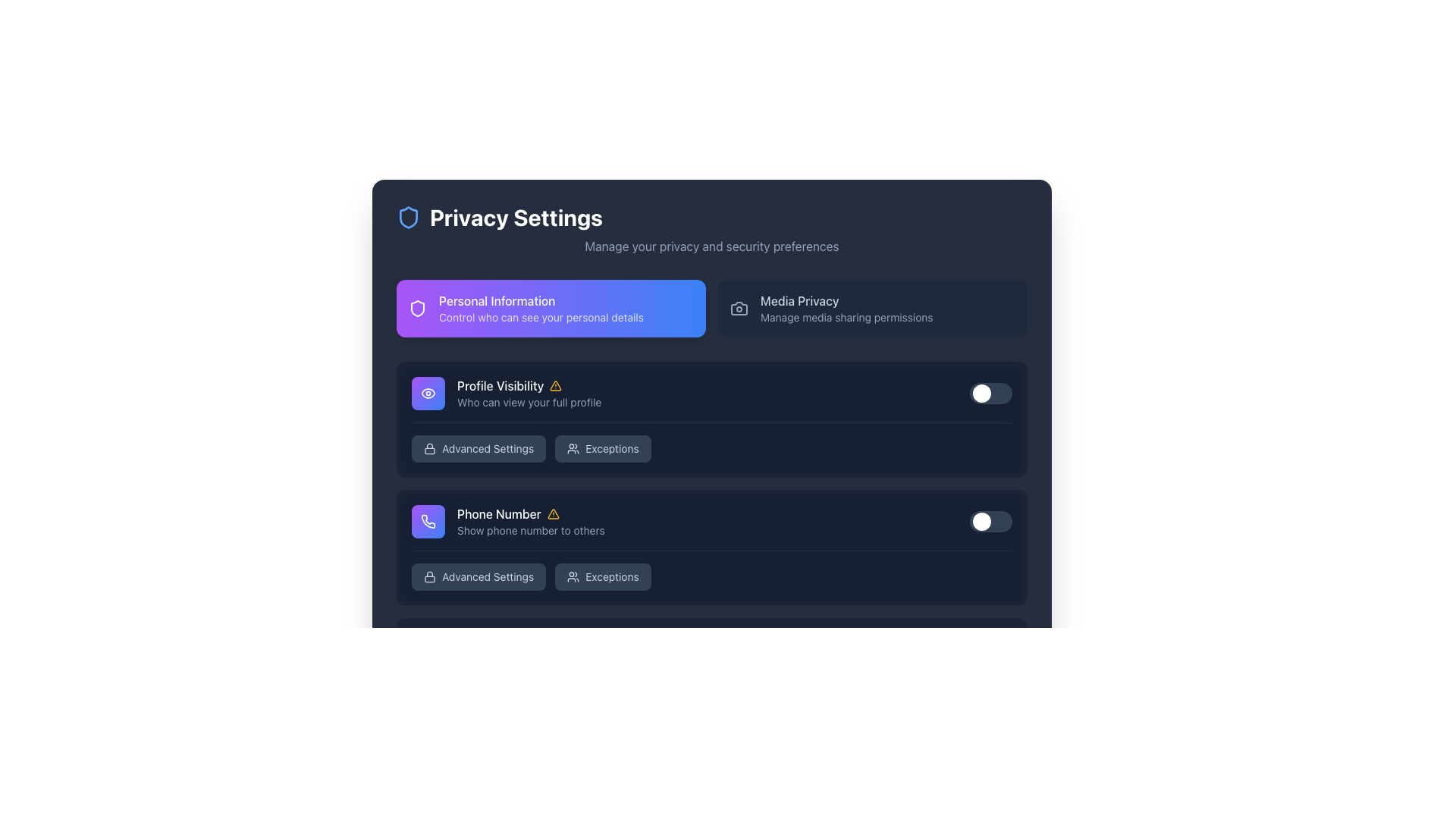  Describe the element at coordinates (846, 308) in the screenshot. I see `the text block indicating media privacy settings, which is the second item in the row at the top of the interface, located to the right of the 'Personal Information' section` at that location.